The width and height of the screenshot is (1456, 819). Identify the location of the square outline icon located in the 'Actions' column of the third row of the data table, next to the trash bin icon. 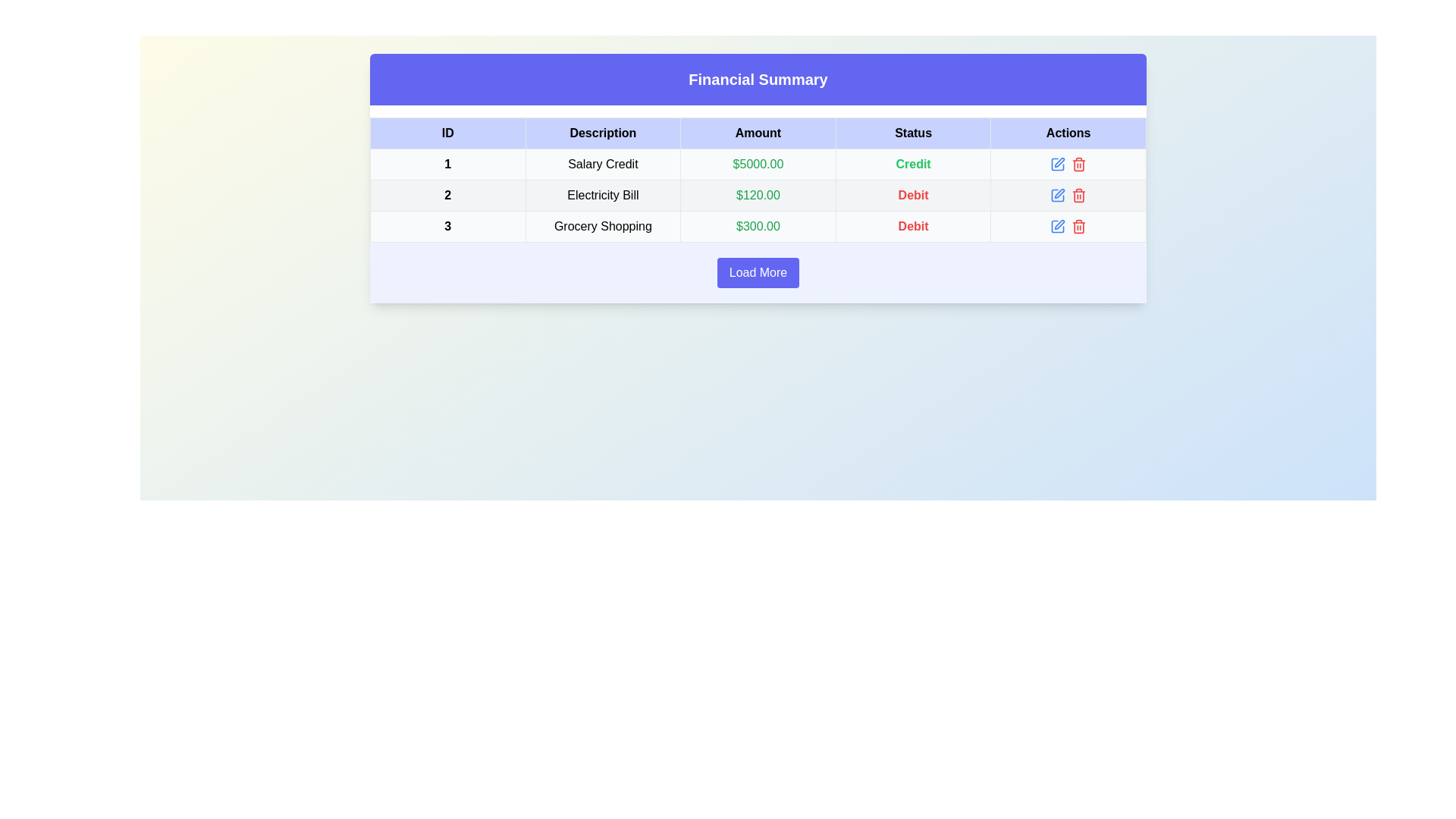
(1057, 227).